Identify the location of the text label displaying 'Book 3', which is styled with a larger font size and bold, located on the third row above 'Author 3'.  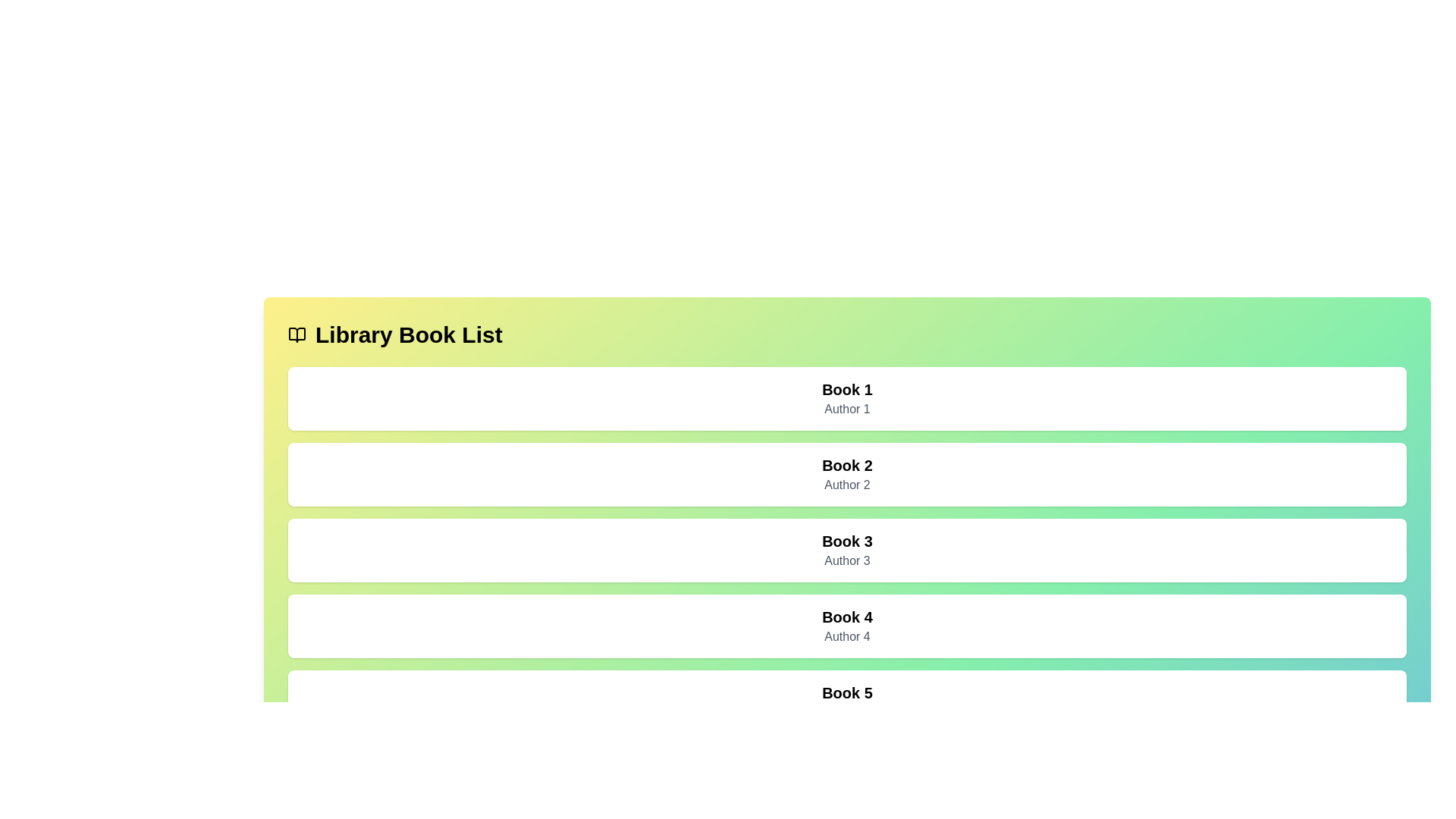
(846, 540).